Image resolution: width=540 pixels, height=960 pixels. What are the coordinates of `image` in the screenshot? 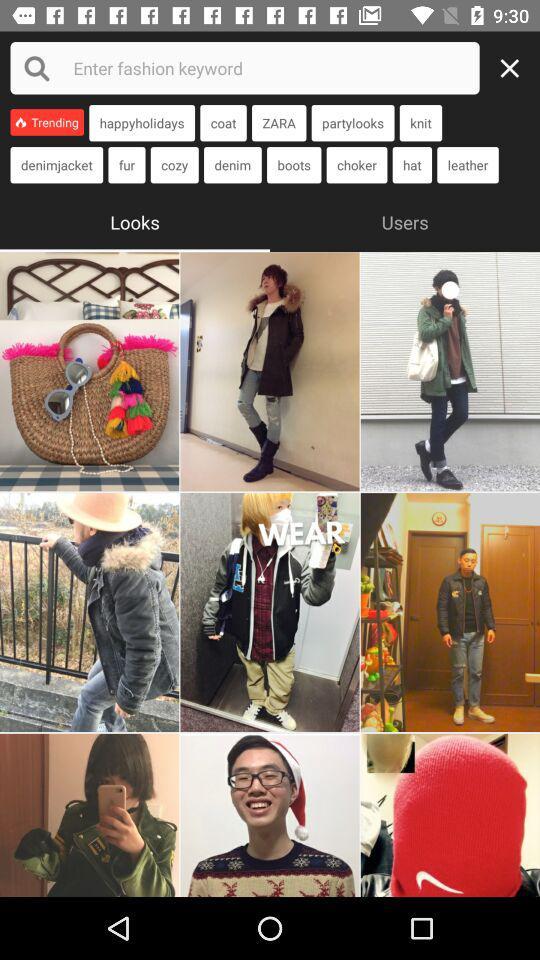 It's located at (270, 815).